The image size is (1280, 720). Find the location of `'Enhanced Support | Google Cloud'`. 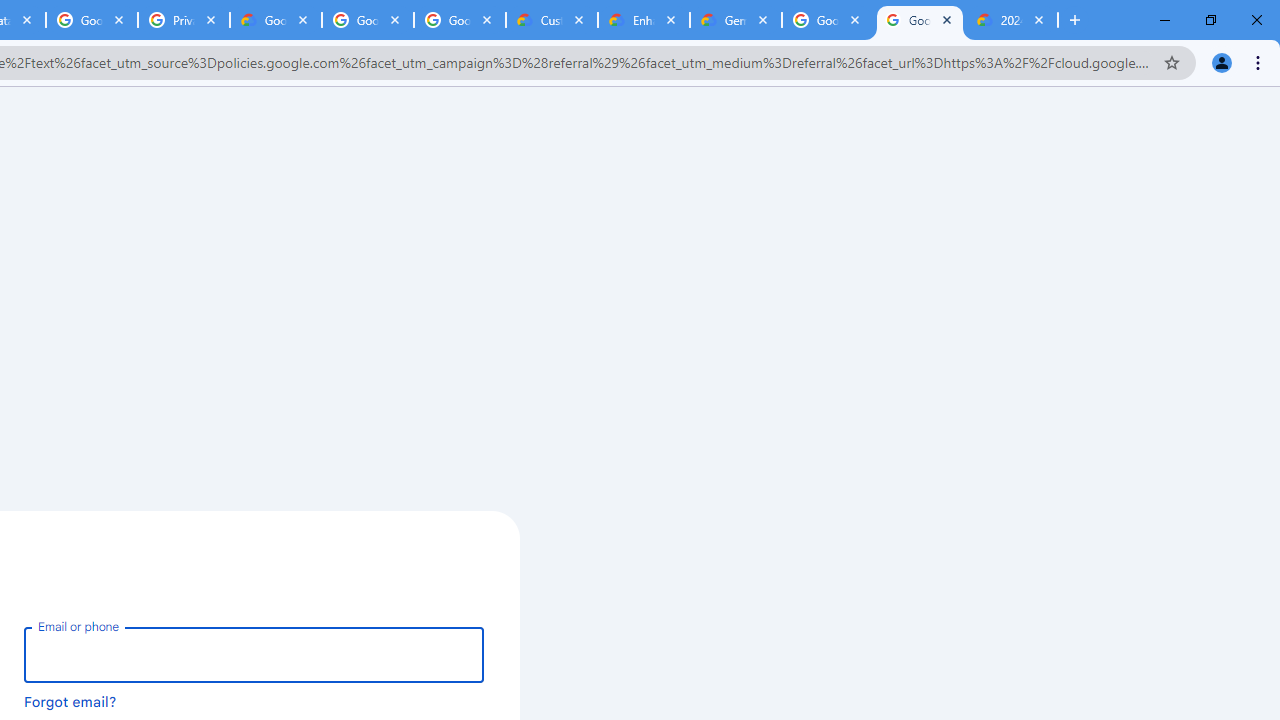

'Enhanced Support | Google Cloud' is located at coordinates (643, 20).